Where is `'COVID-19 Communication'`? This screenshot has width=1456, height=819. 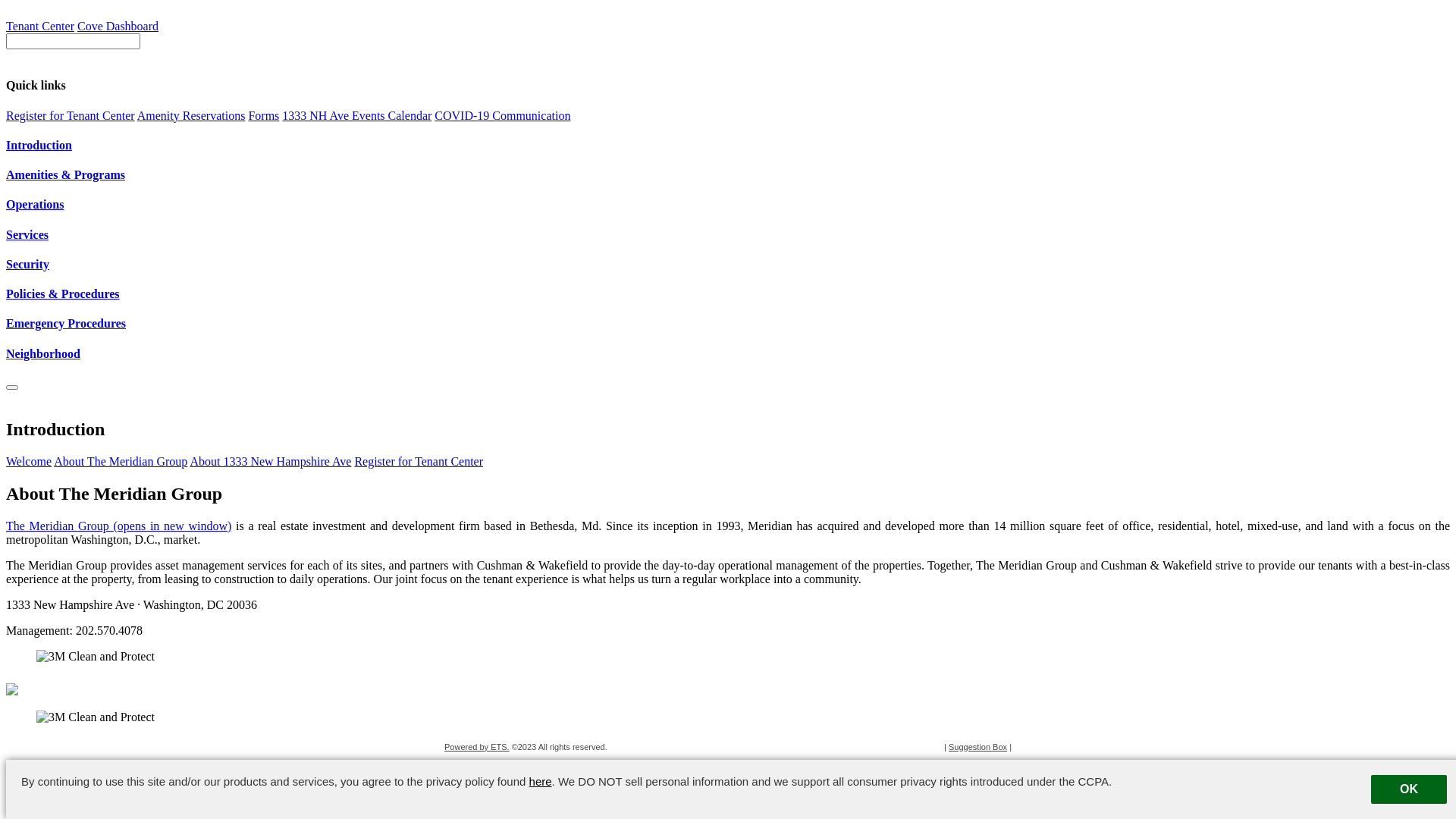 'COVID-19 Communication' is located at coordinates (502, 115).